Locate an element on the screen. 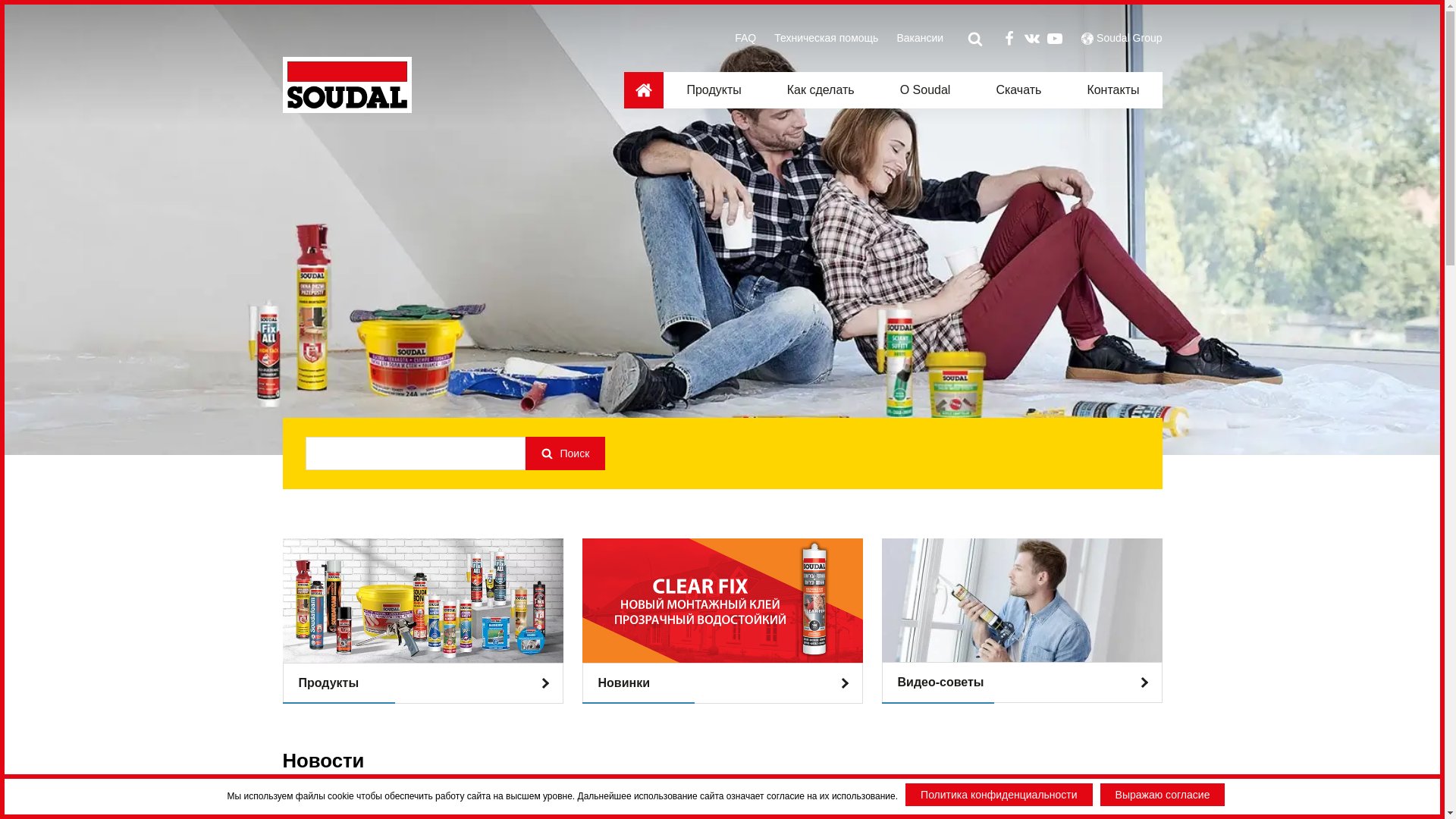  'FAQ' is located at coordinates (724, 37).